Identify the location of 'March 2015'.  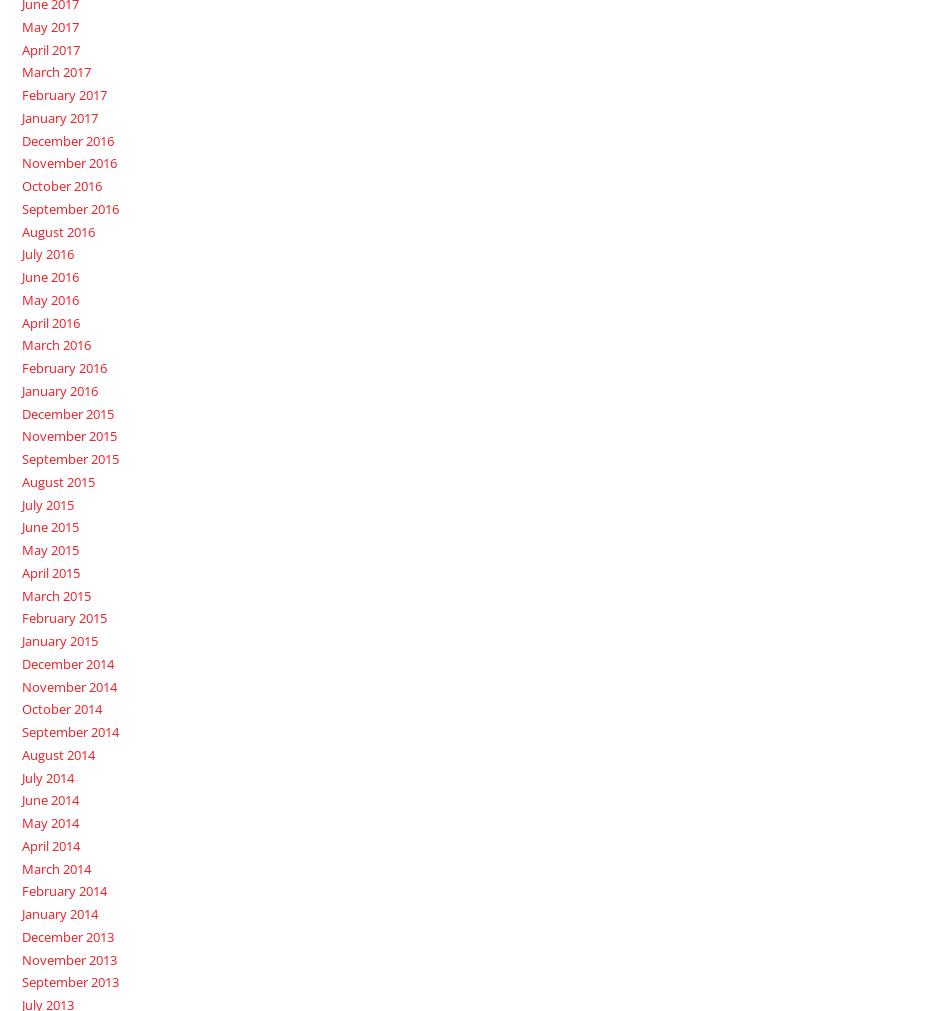
(55, 594).